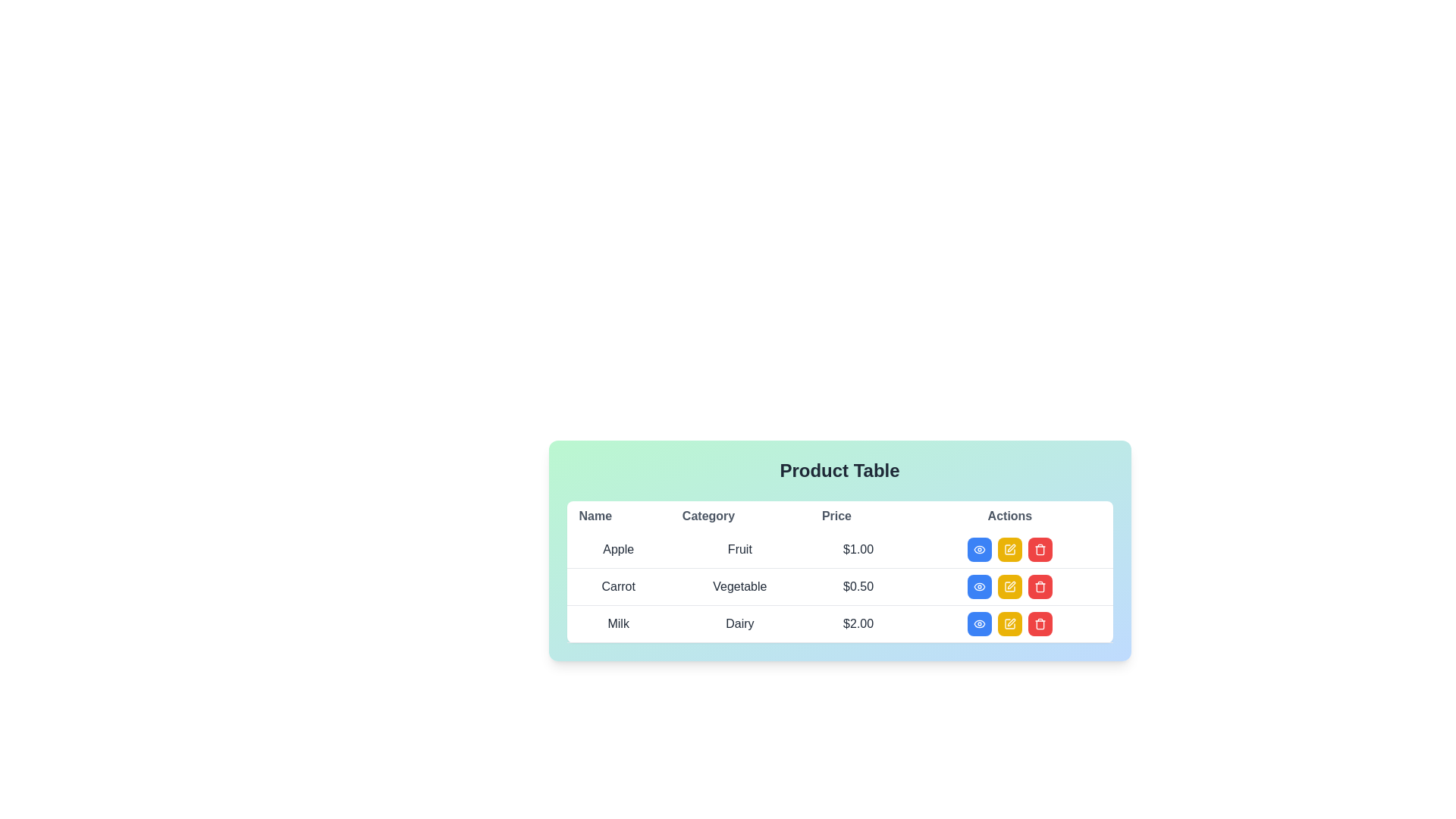 The image size is (1456, 819). I want to click on the bright yellow edit button with a white pen icon in the 'Actions' column for the 'Carrot' product entry to initiate the edit action, so click(1009, 550).